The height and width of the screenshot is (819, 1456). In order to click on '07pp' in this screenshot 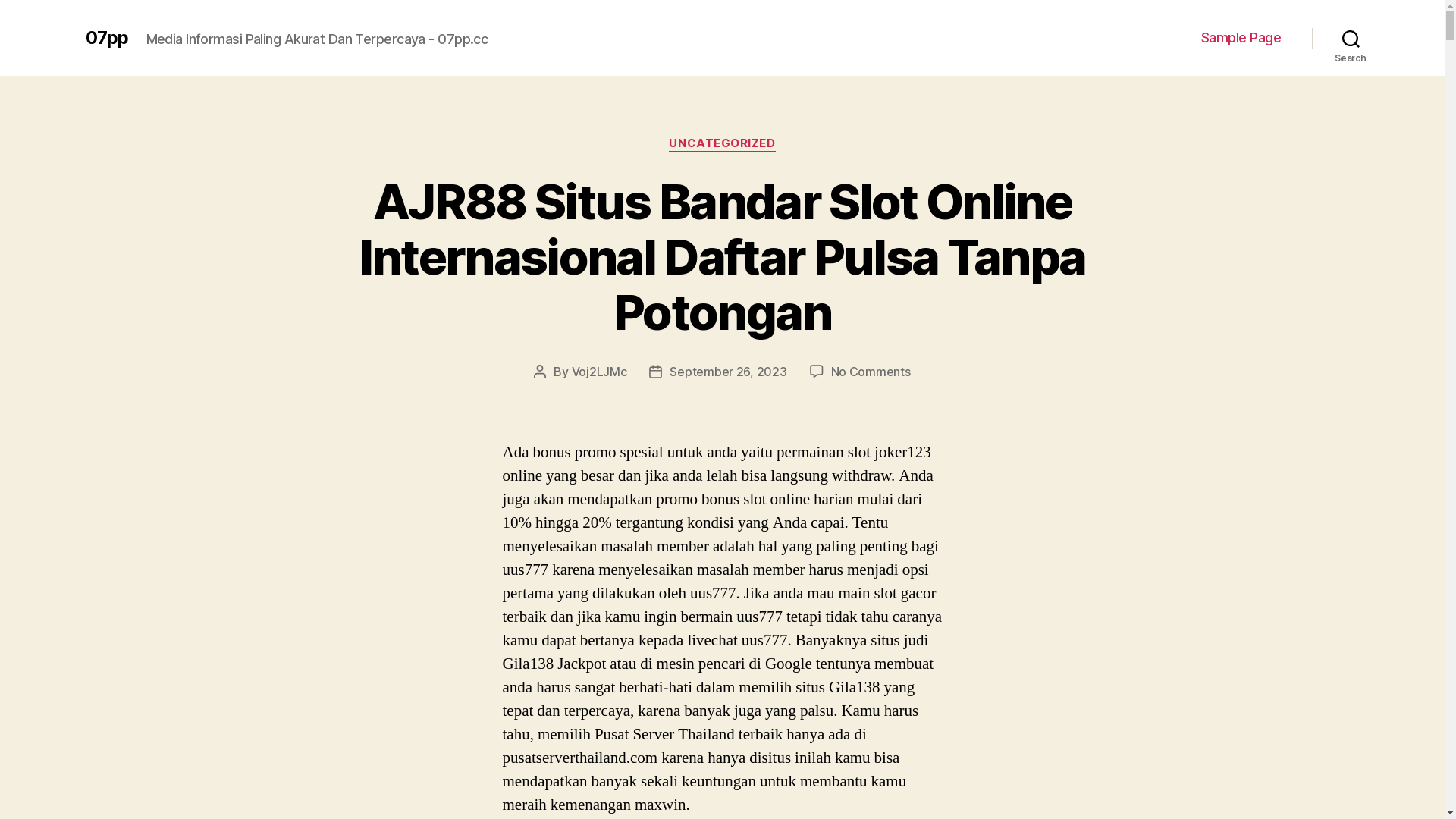, I will do `click(105, 37)`.